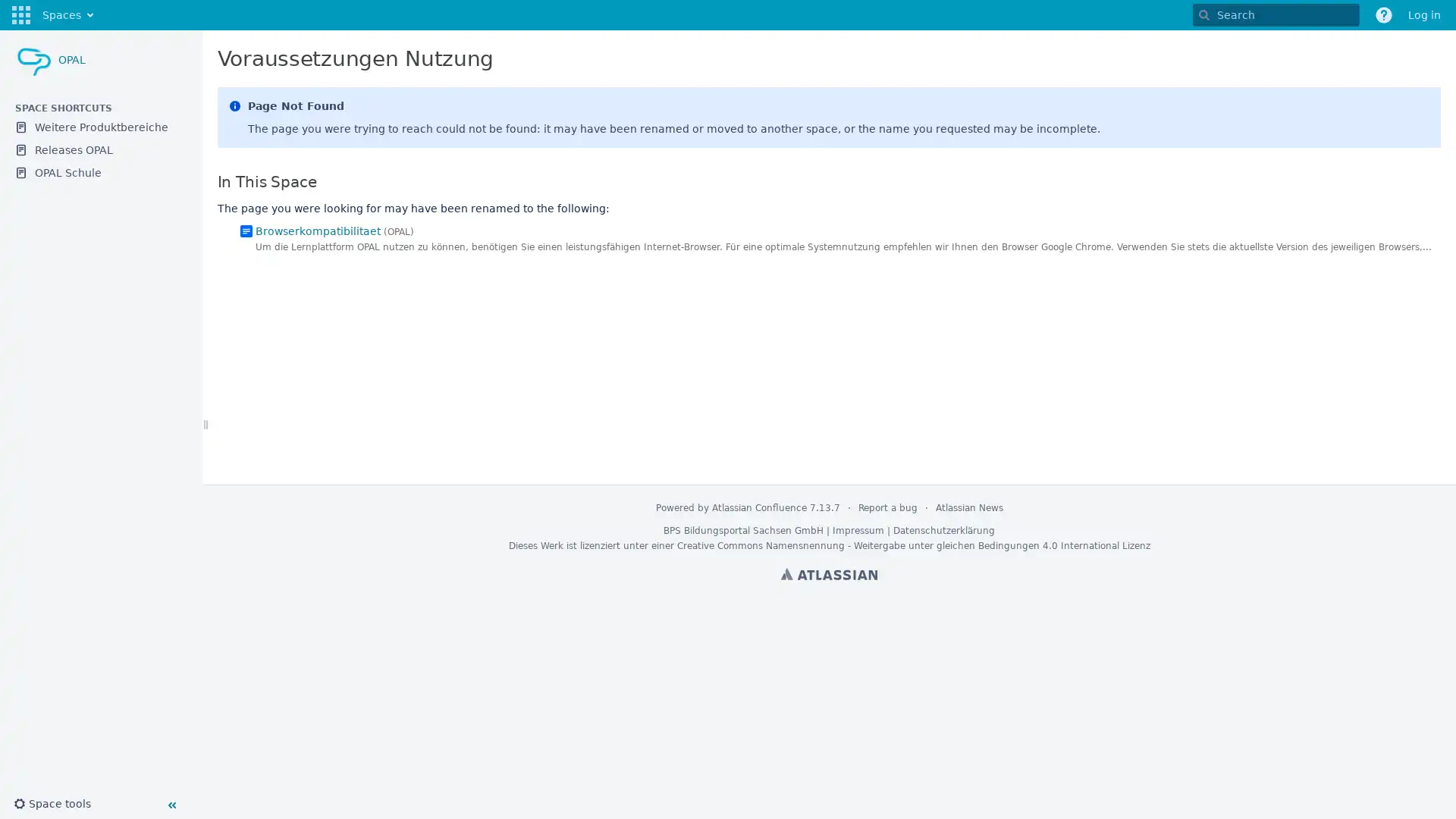 The image size is (1456, 819). I want to click on Collapse sidebar ( [ ), so click(171, 804).